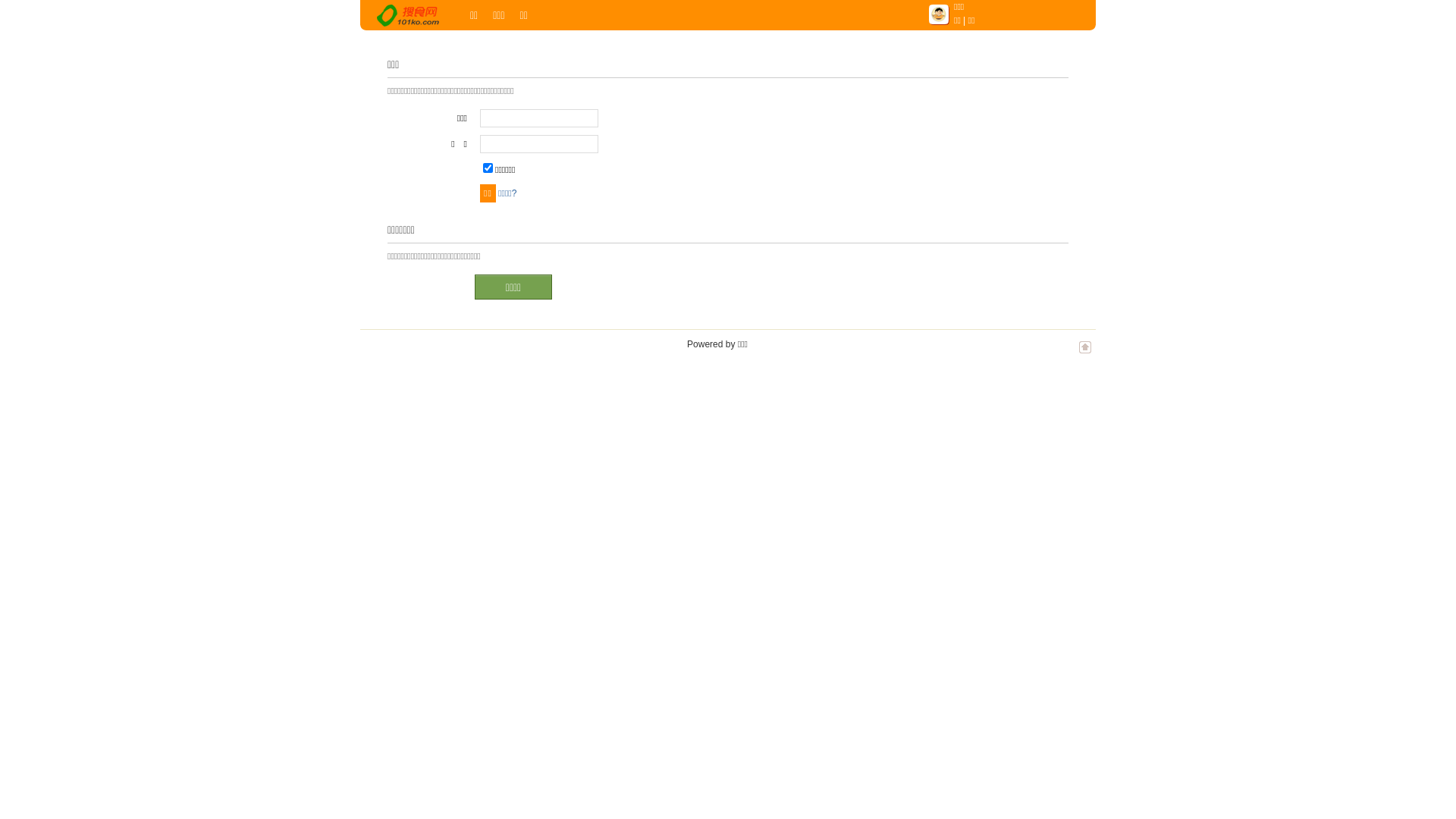 The image size is (1456, 819). Describe the element at coordinates (1084, 354) in the screenshot. I see `'TOP'` at that location.